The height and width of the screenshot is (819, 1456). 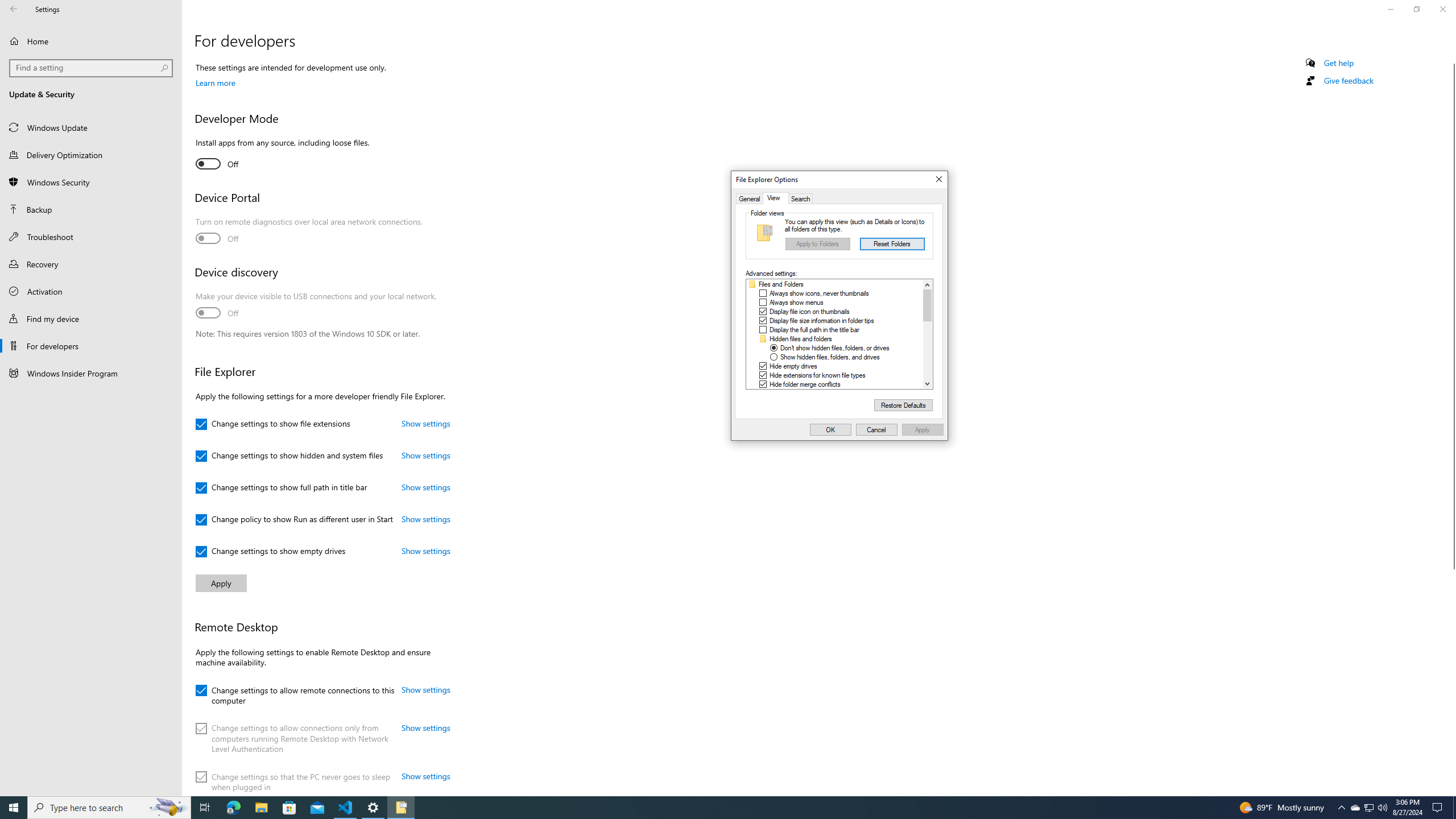 What do you see at coordinates (167, 806) in the screenshot?
I see `'Search highlights icon opens search home window'` at bounding box center [167, 806].